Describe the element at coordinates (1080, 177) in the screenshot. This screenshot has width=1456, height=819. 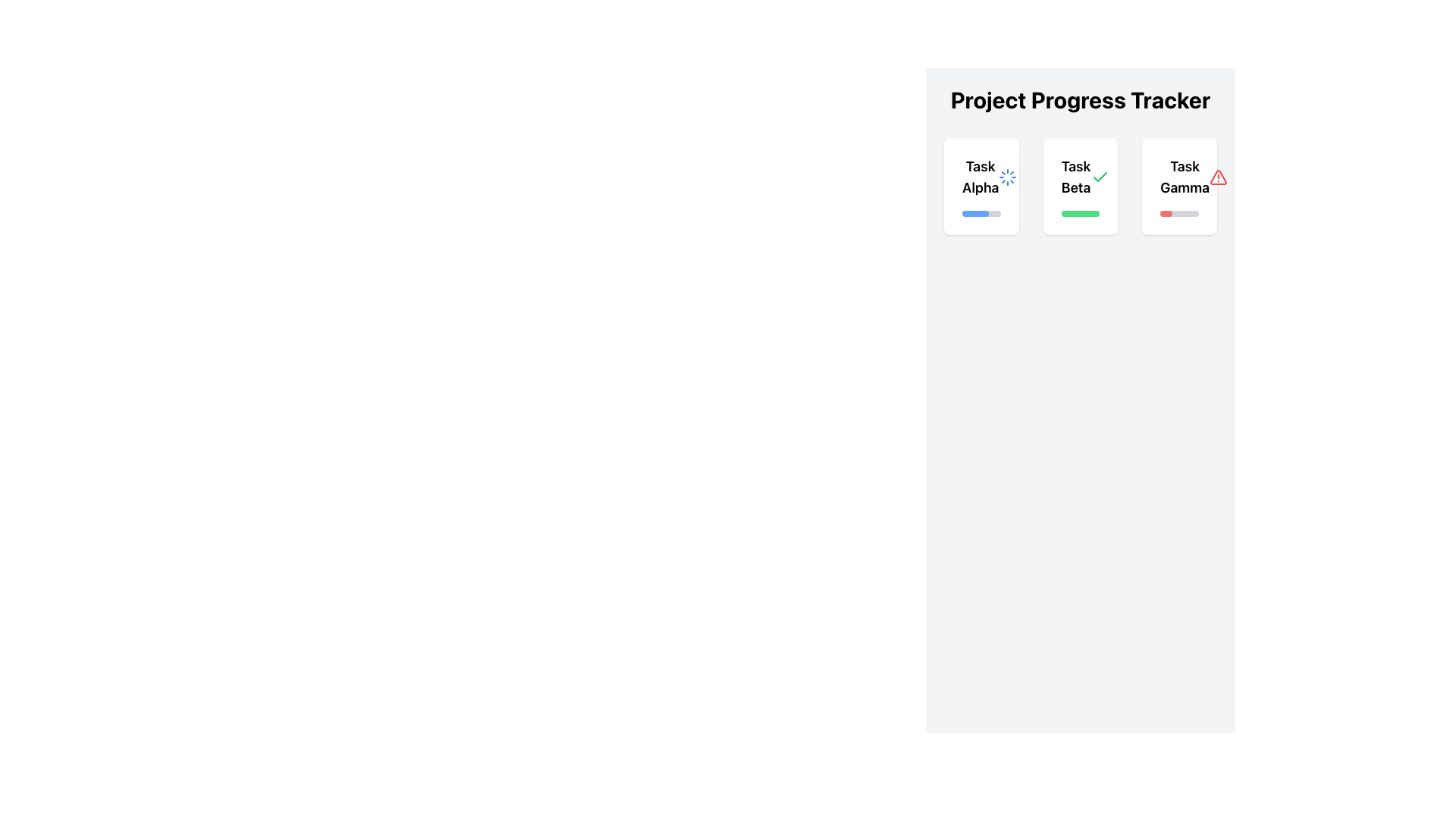
I see `the text details of the 'Task Beta' display component, which features a bold black font and a green checkmark icon, located in the second task card of the 'Project Progress Tracker' section` at that location.